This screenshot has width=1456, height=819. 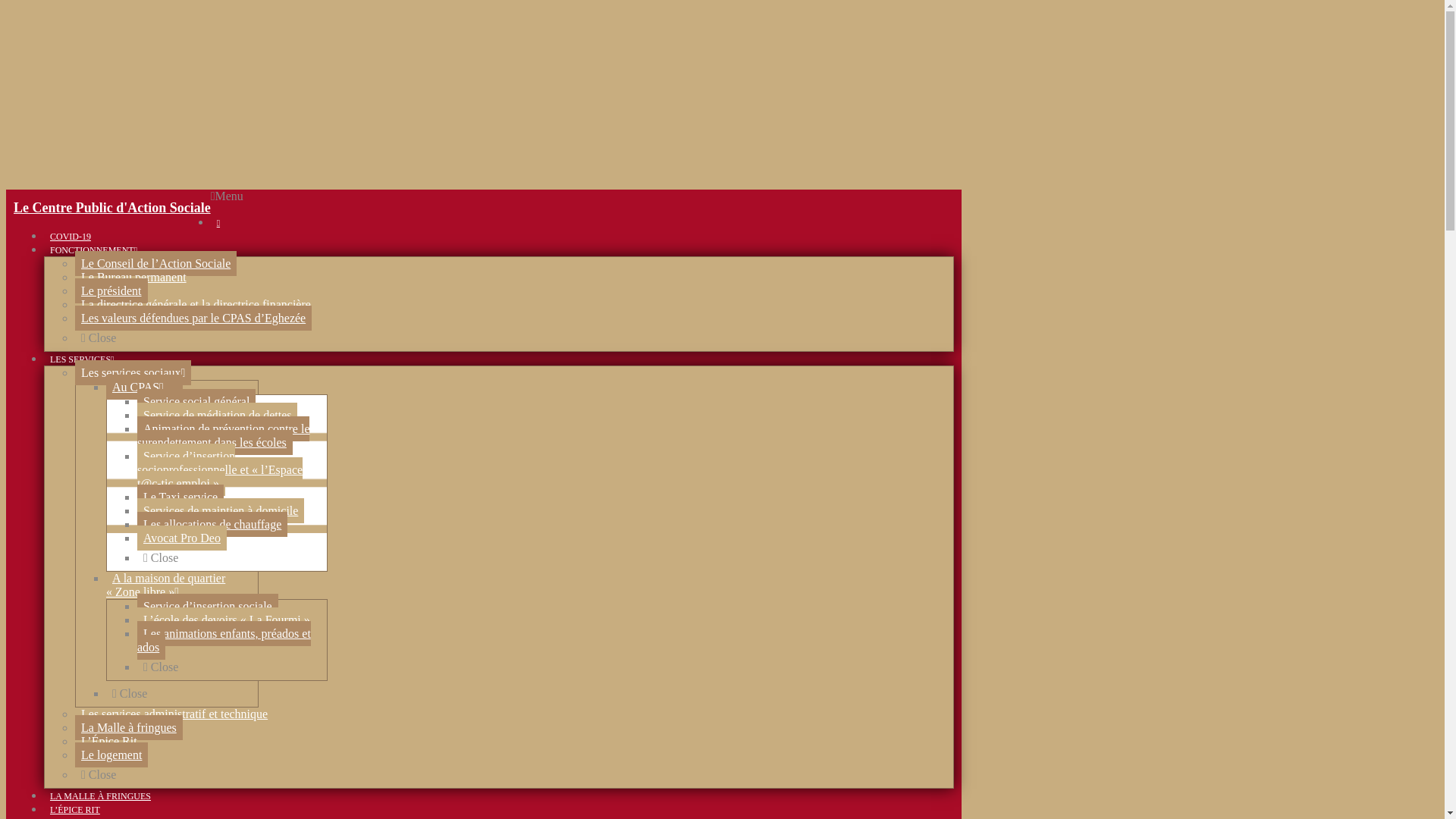 I want to click on 'Le Taxi service', so click(x=180, y=497).